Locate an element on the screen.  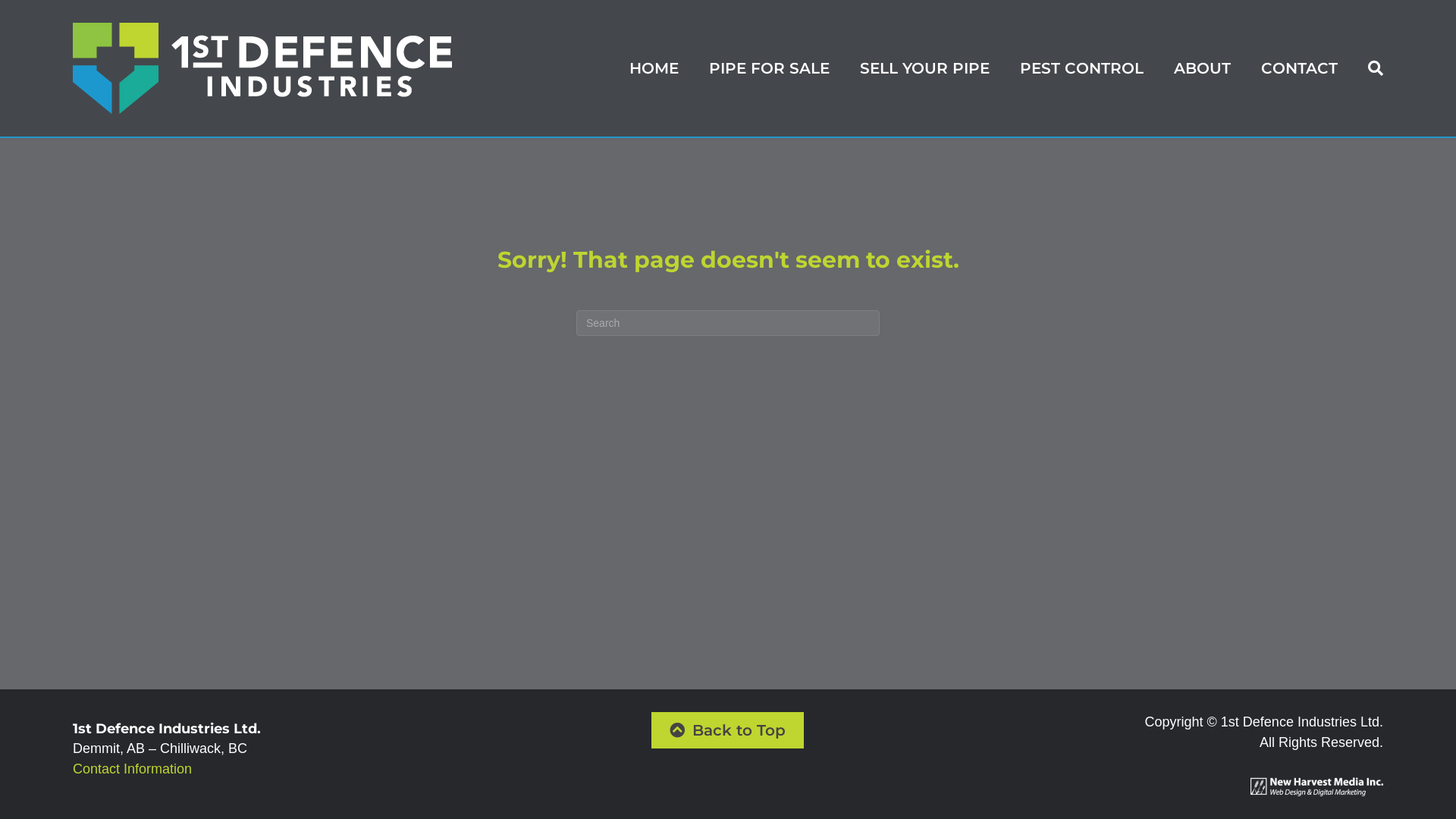
'PIPE FOR SALE' is located at coordinates (769, 67).